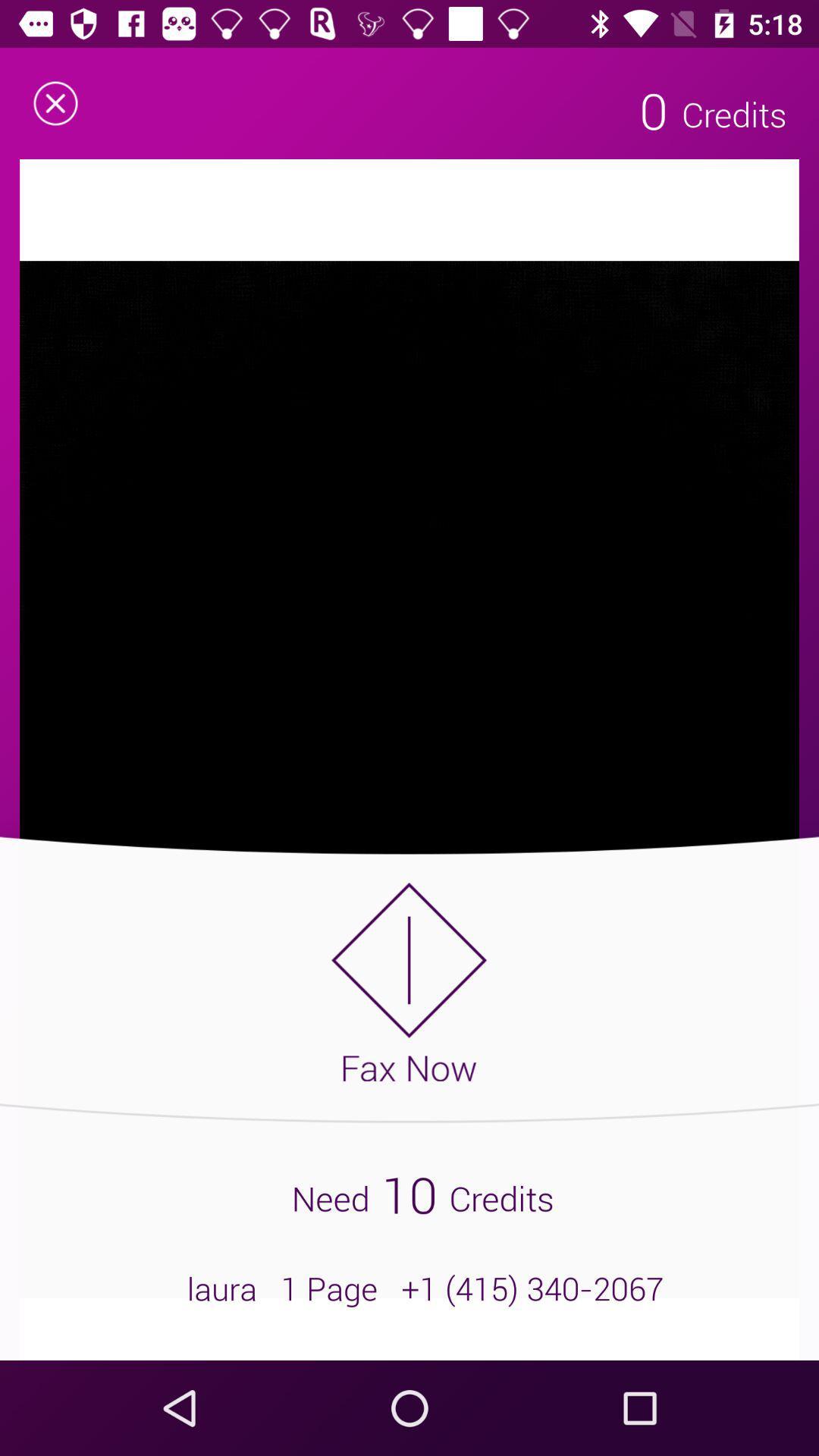 This screenshot has width=819, height=1456. Describe the element at coordinates (653, 109) in the screenshot. I see `the 0` at that location.